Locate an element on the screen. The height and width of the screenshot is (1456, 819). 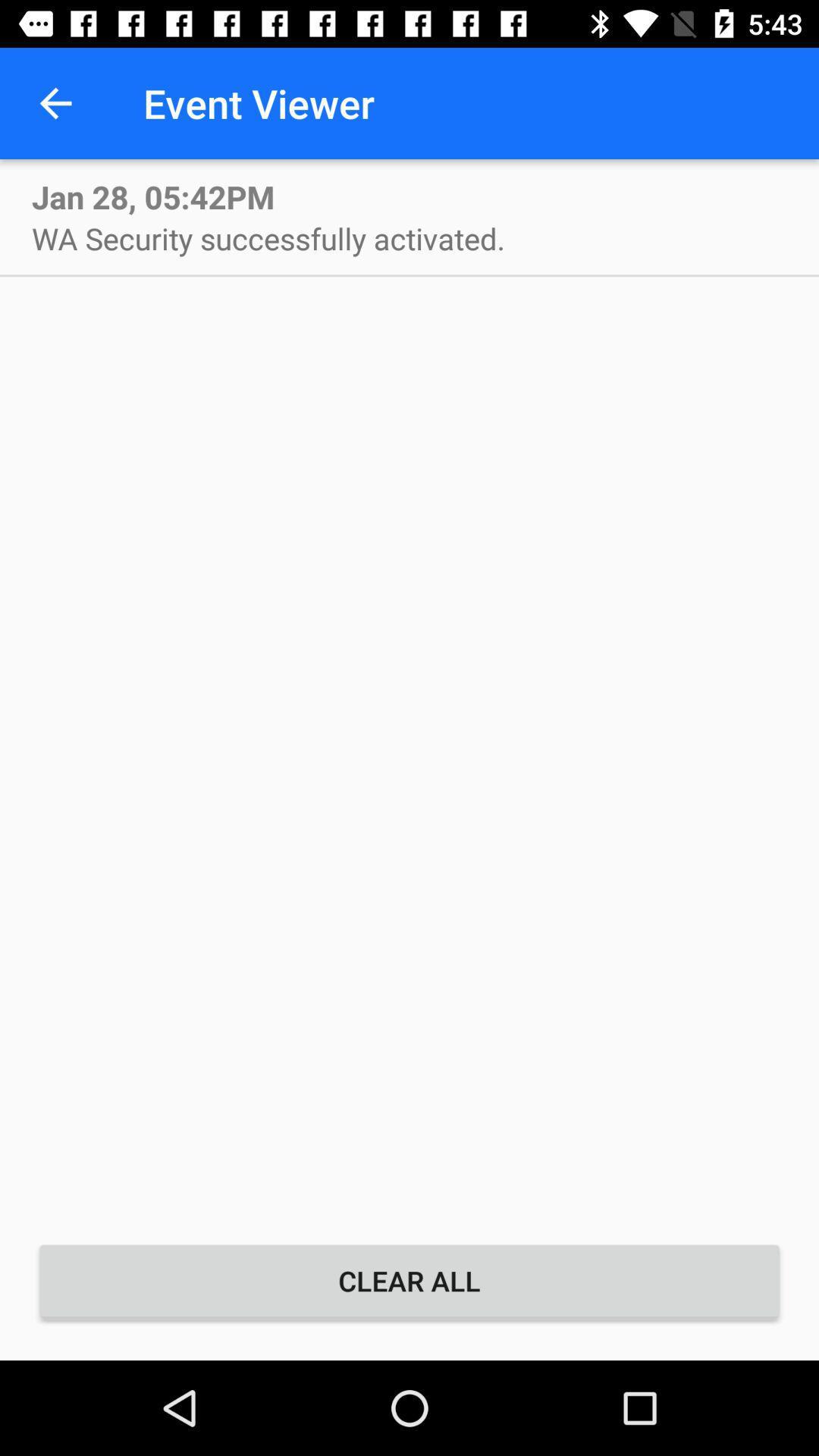
icon above the jan 28 05 is located at coordinates (55, 102).